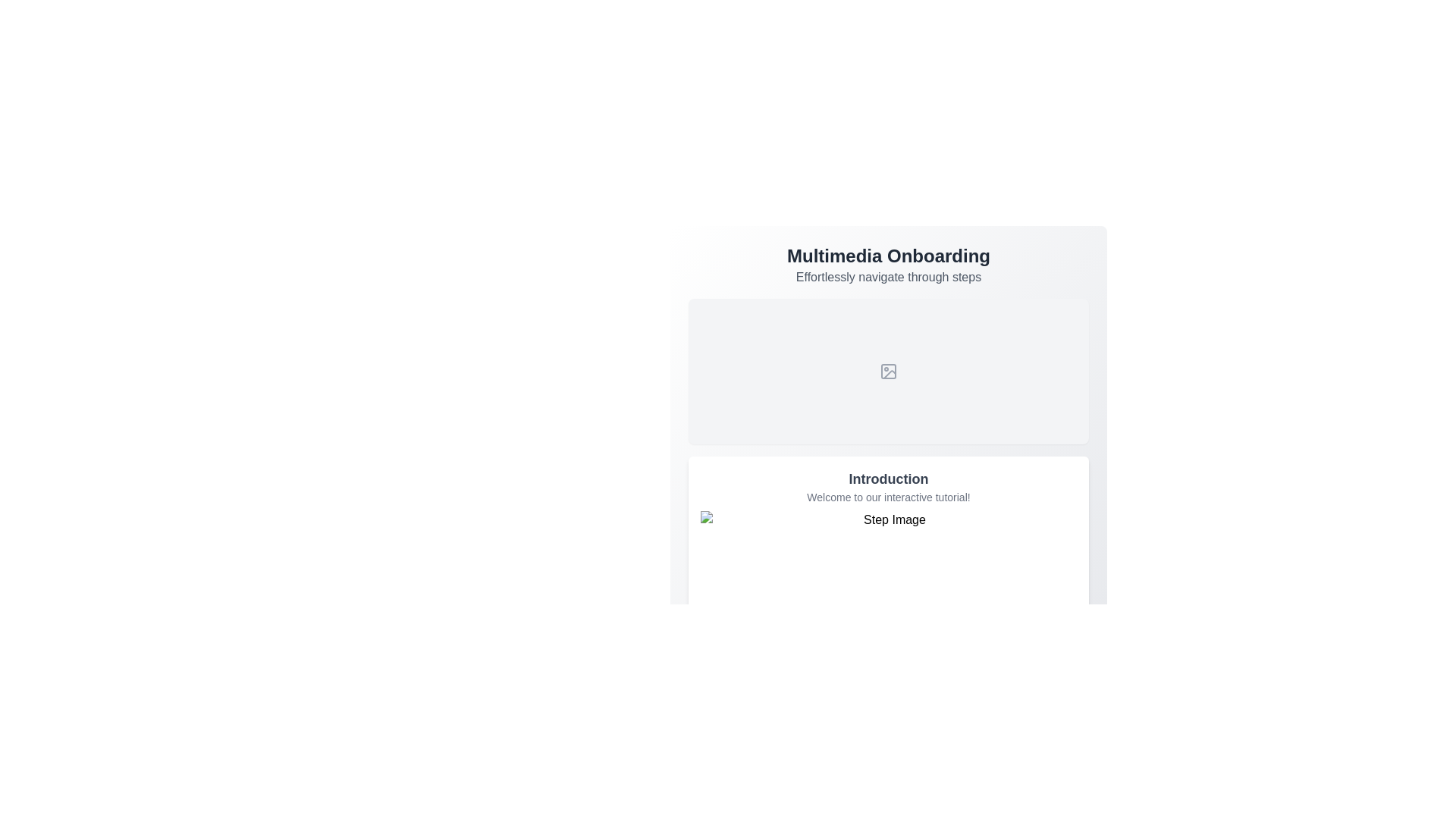 This screenshot has height=819, width=1456. I want to click on prominent bold text displaying 'Multimedia Onboarding' to understand the section's context, so click(888, 256).